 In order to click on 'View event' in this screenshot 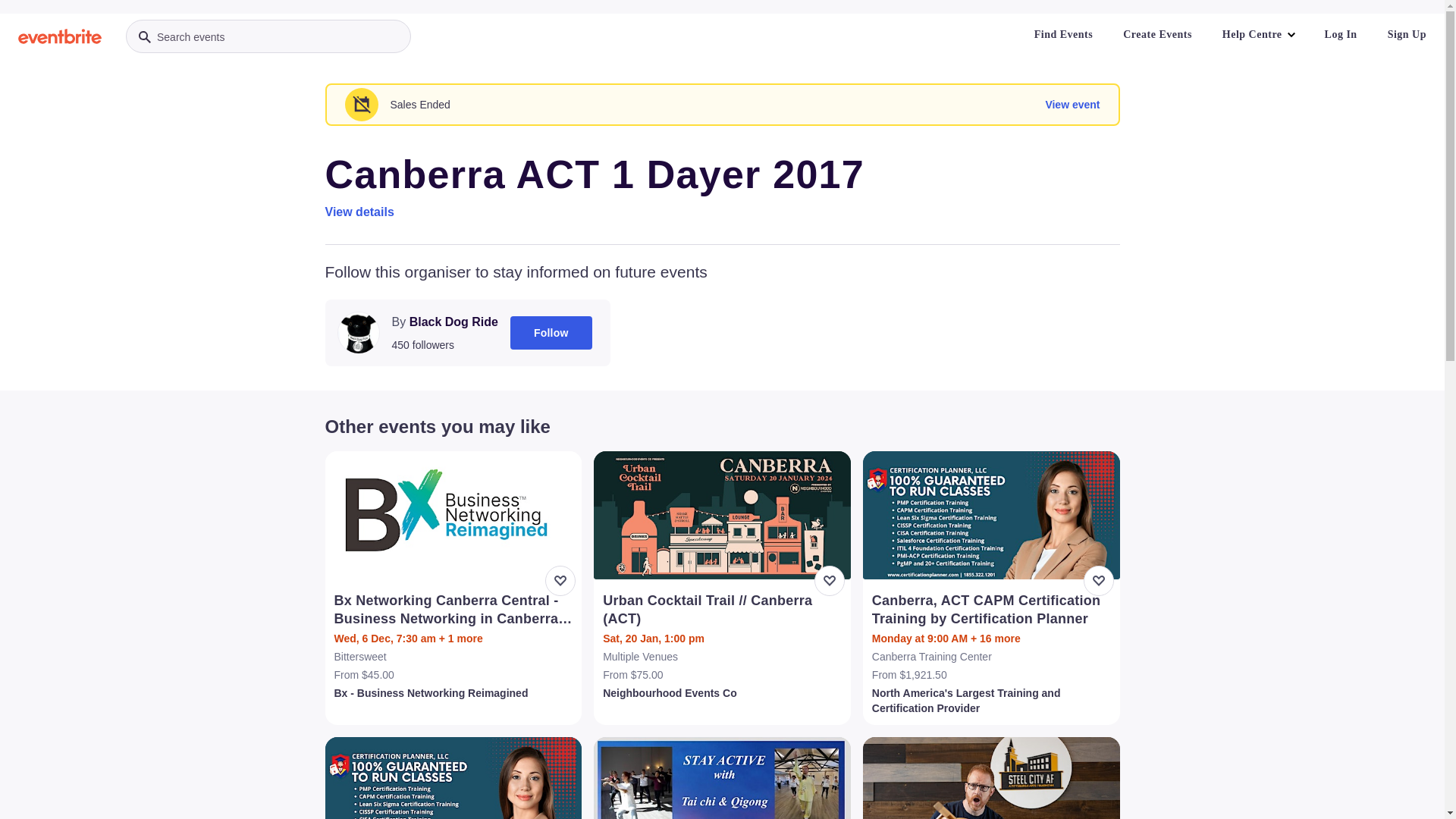, I will do `click(1072, 104)`.